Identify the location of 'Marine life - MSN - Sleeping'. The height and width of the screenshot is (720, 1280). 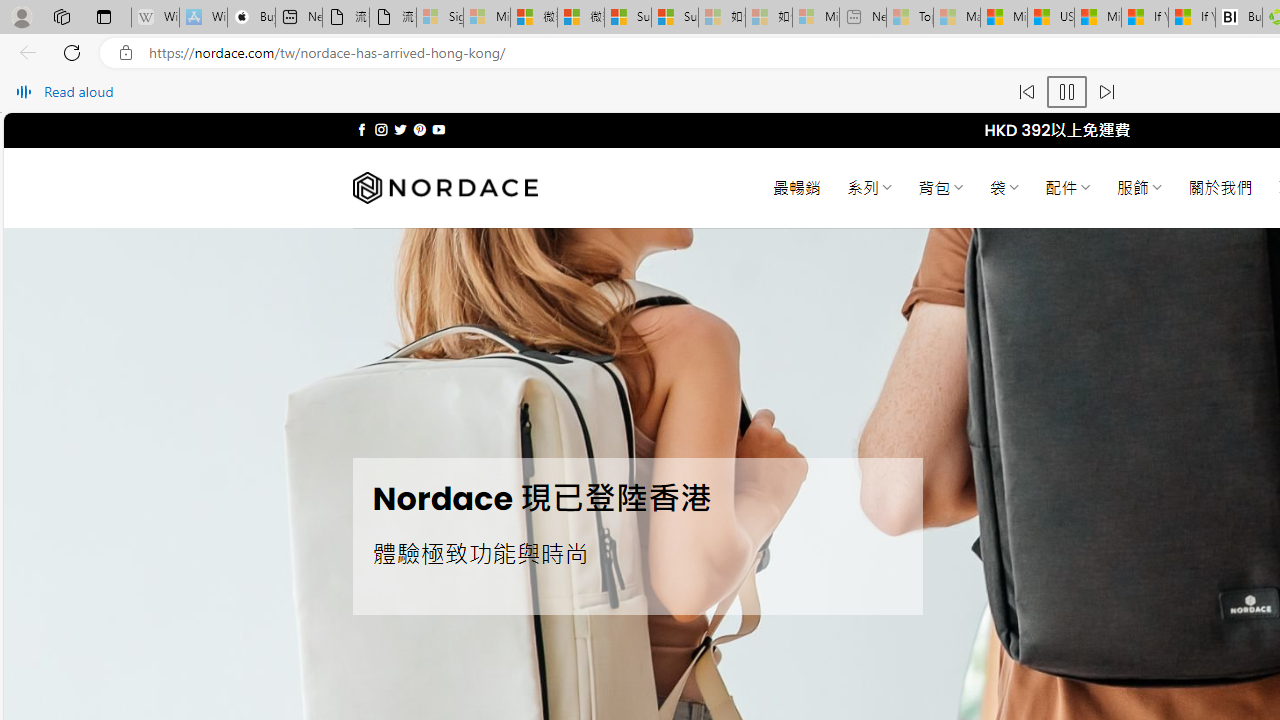
(956, 17).